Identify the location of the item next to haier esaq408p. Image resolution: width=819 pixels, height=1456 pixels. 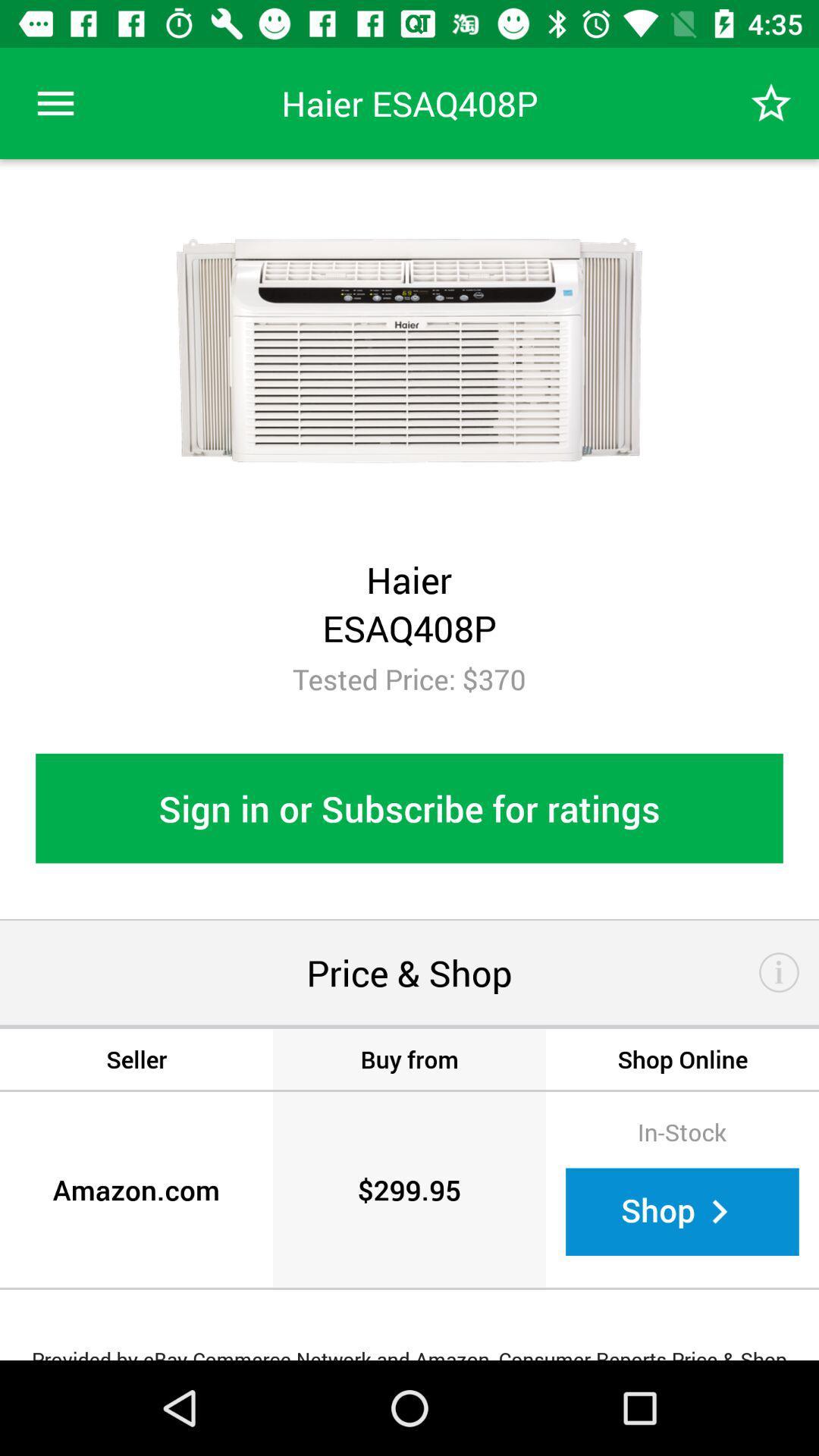
(55, 102).